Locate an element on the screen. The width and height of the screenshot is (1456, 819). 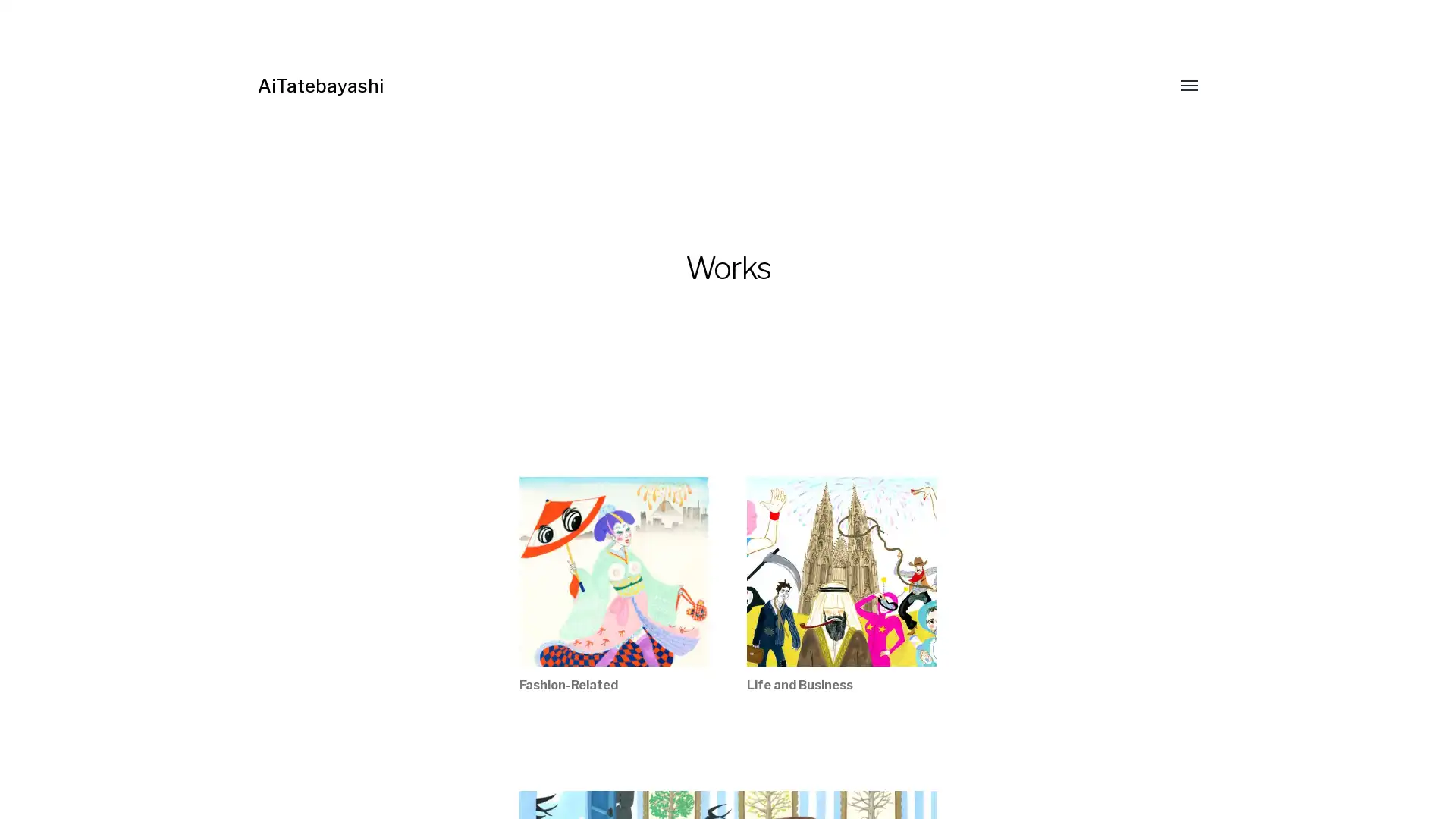
Toggle menu is located at coordinates (1178, 86).